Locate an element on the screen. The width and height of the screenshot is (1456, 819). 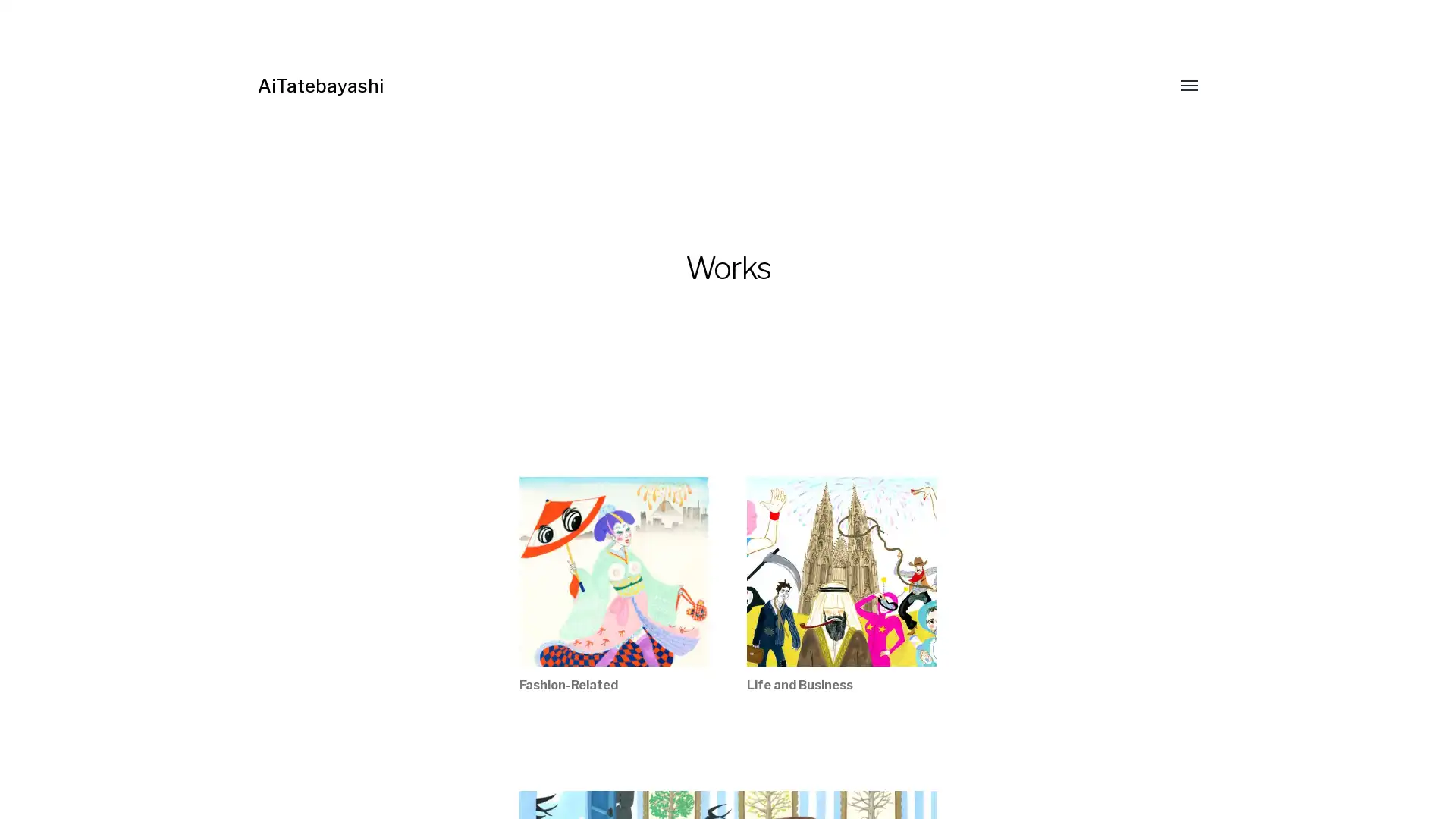
Toggle menu is located at coordinates (1178, 86).